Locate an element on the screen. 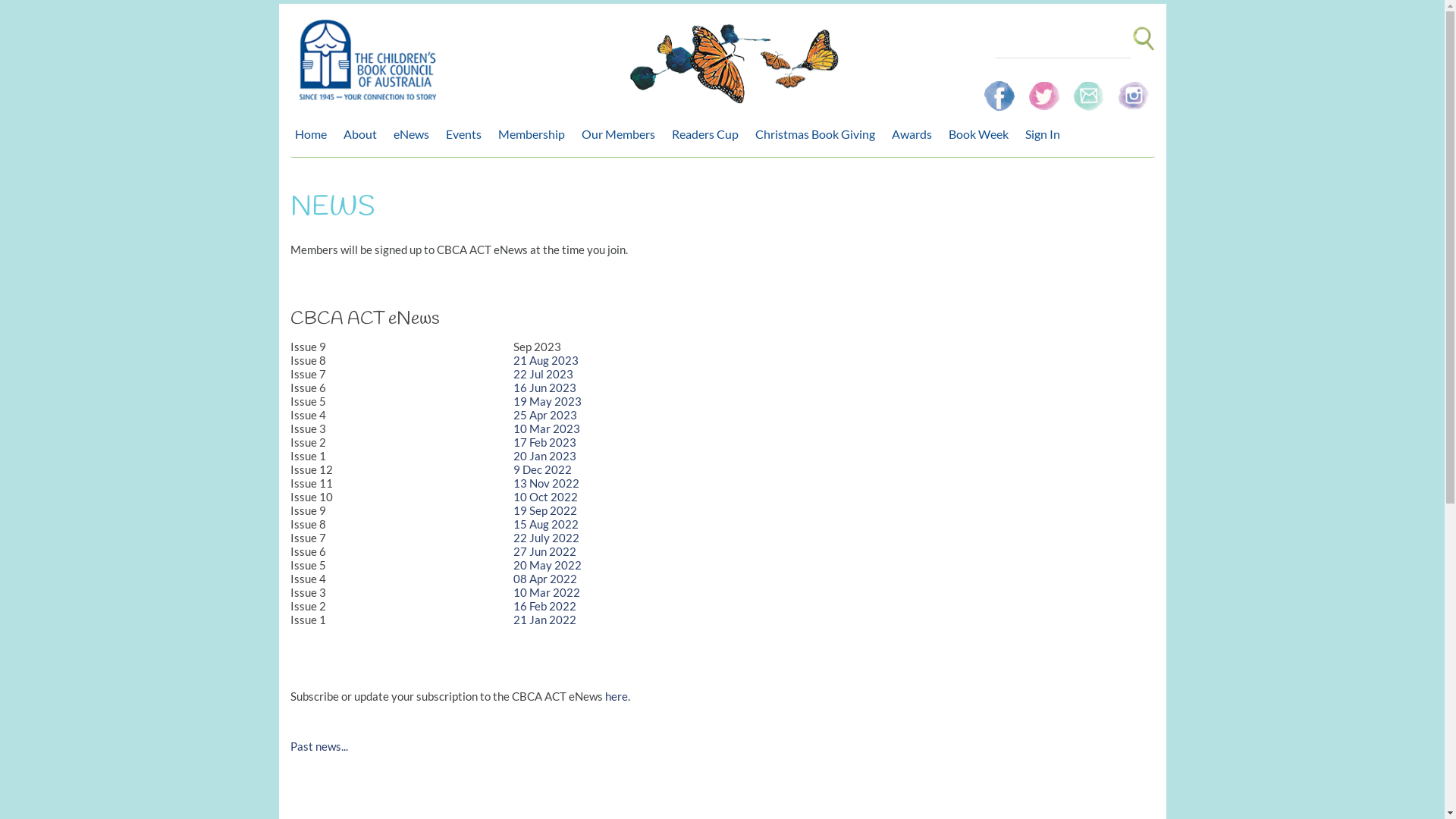 This screenshot has width=1456, height=819. 'Events' is located at coordinates (466, 133).